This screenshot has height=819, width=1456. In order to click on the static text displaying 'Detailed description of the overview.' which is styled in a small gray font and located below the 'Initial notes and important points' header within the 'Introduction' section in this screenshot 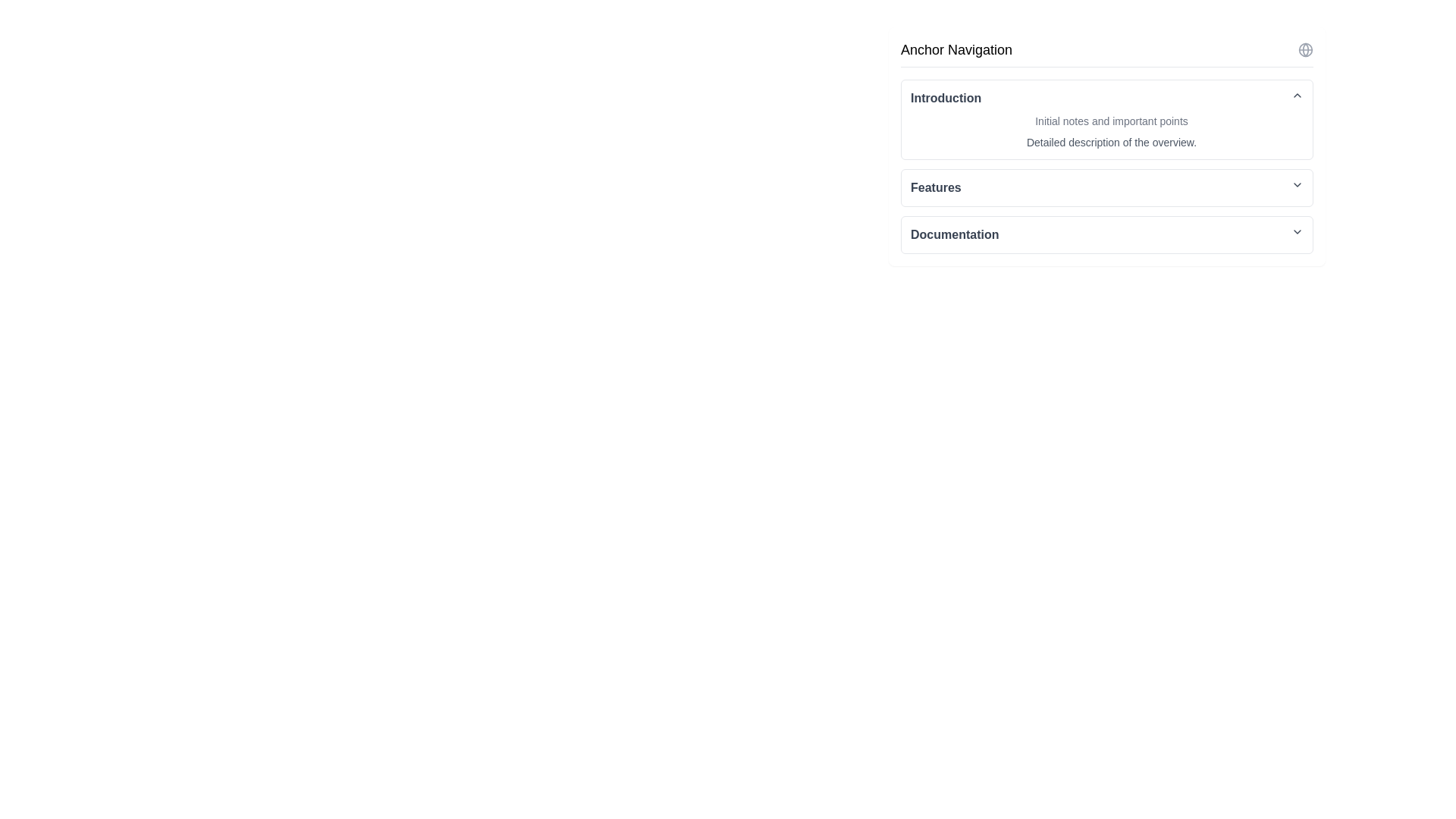, I will do `click(1111, 143)`.